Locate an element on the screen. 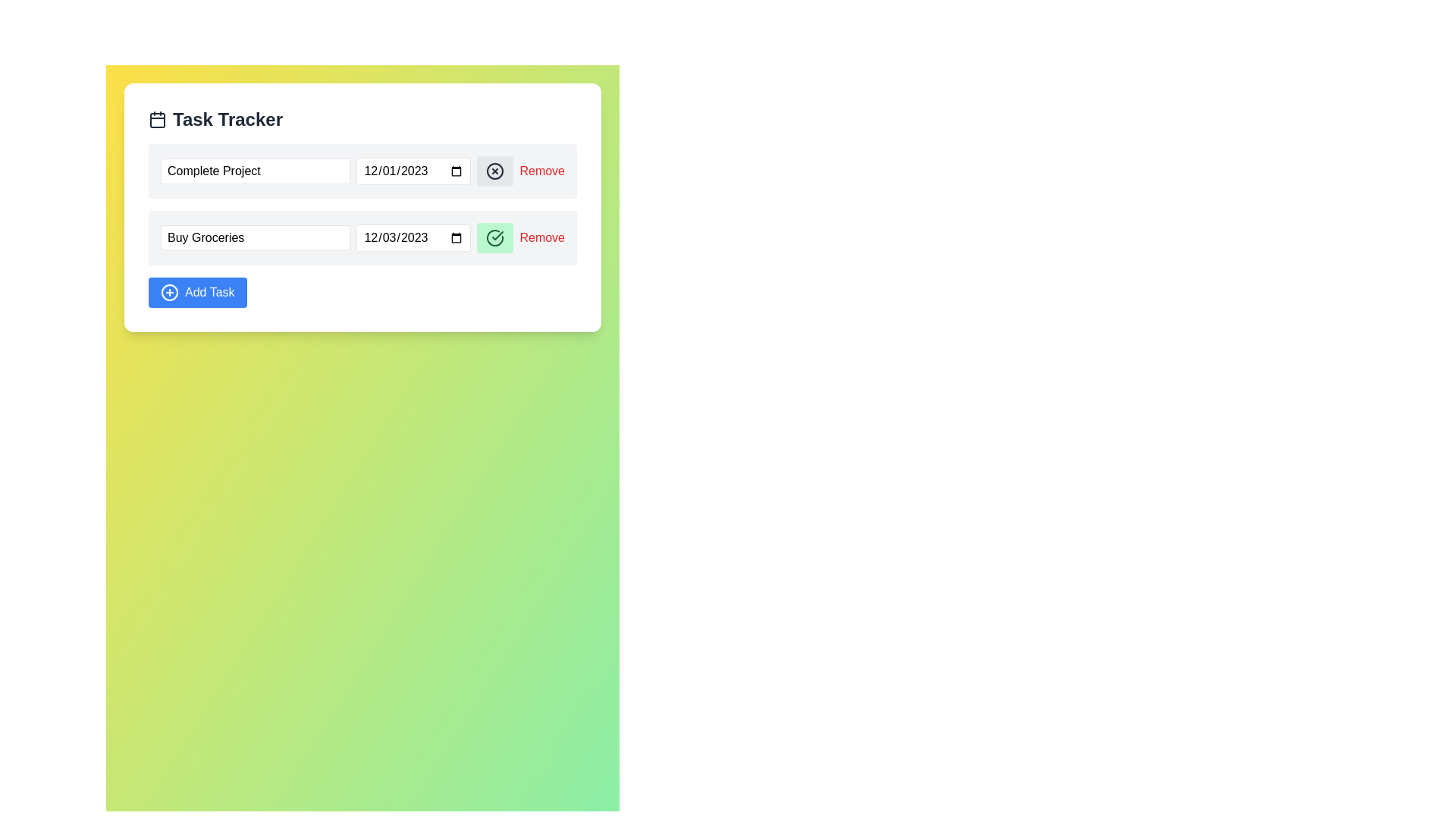 The image size is (1456, 819). the calendar icon located in the top-left region of the 'Task Tracker' title section, positioned before the text 'Task Tracker' is located at coordinates (157, 119).